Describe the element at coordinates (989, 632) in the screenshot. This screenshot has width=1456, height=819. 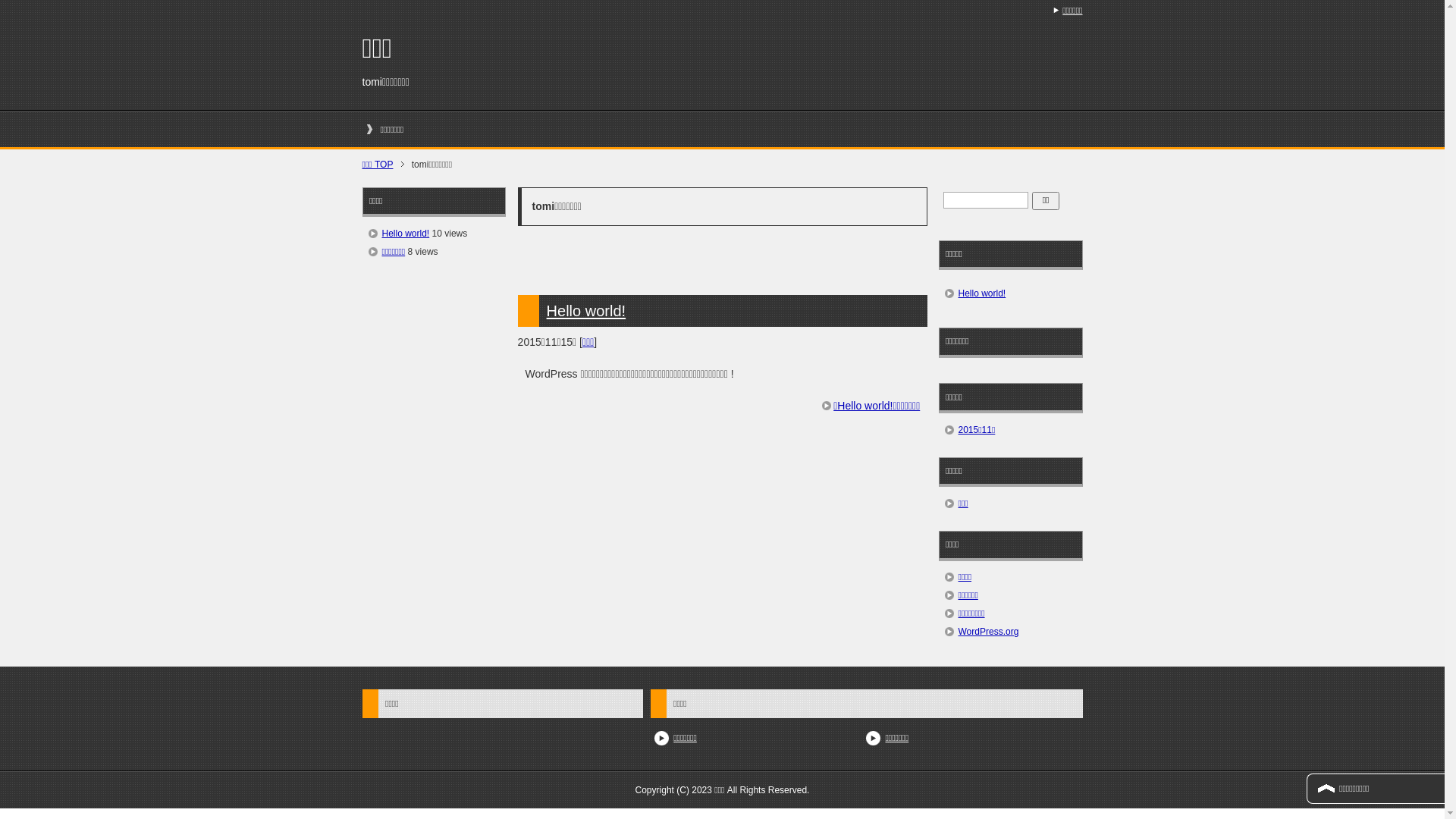
I see `'WordPress.org'` at that location.